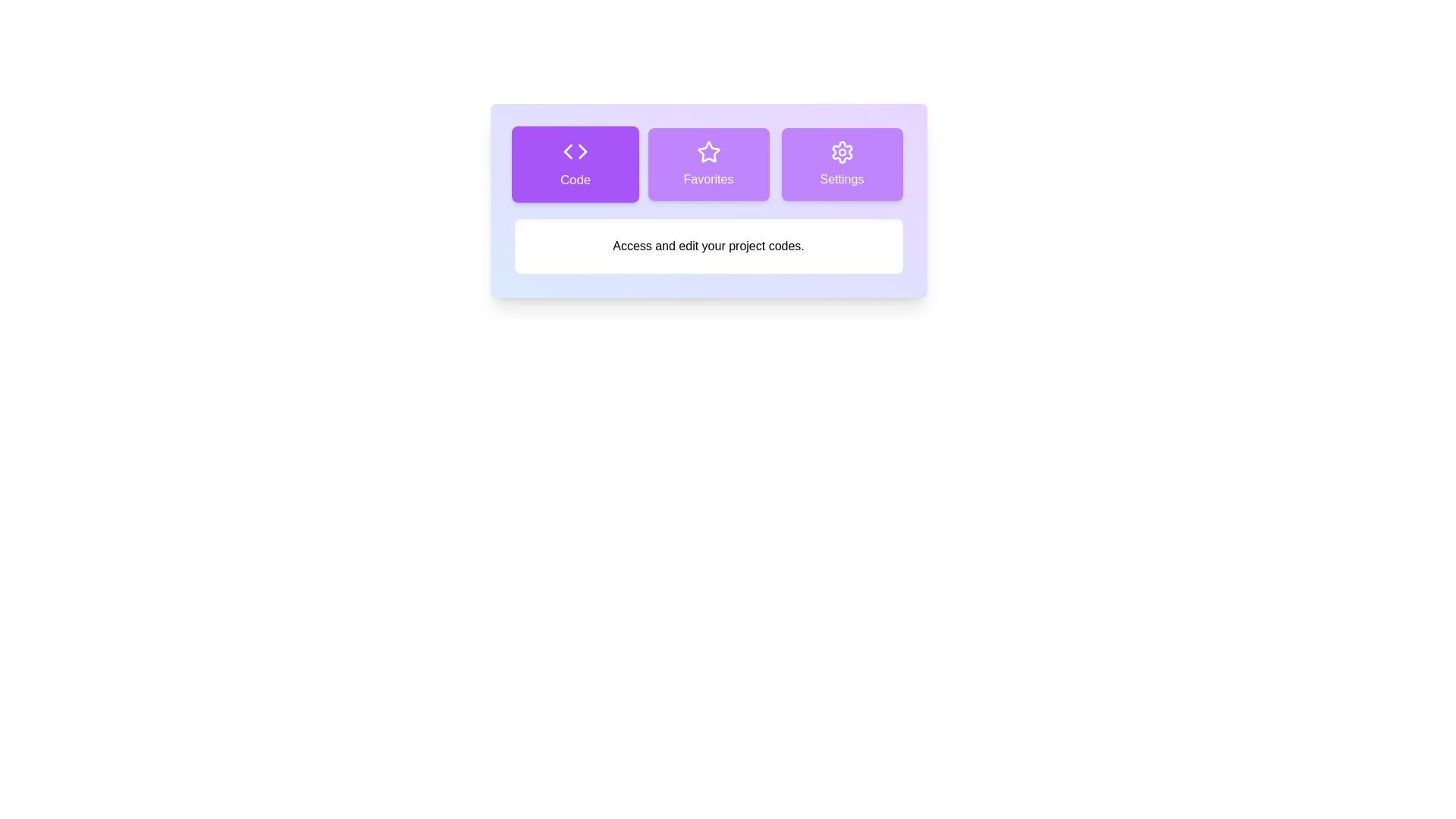 The width and height of the screenshot is (1456, 819). What do you see at coordinates (574, 164) in the screenshot?
I see `the button labeled 'Code' with a purple background for keyboard interaction` at bounding box center [574, 164].